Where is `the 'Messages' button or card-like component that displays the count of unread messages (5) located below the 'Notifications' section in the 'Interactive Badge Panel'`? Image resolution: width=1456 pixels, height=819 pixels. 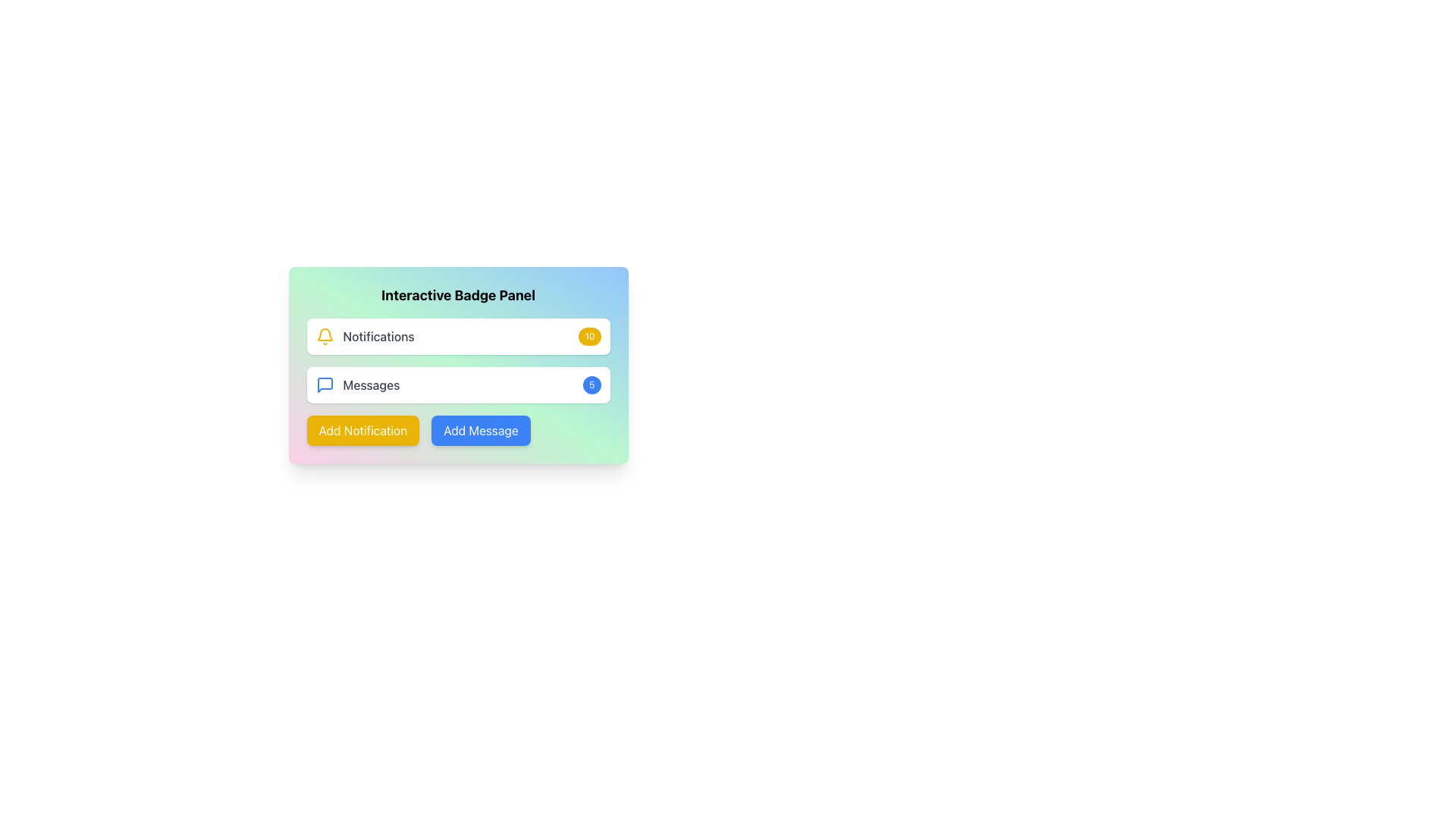
the 'Messages' button or card-like component that displays the count of unread messages (5) located below the 'Notifications' section in the 'Interactive Badge Panel' is located at coordinates (457, 384).